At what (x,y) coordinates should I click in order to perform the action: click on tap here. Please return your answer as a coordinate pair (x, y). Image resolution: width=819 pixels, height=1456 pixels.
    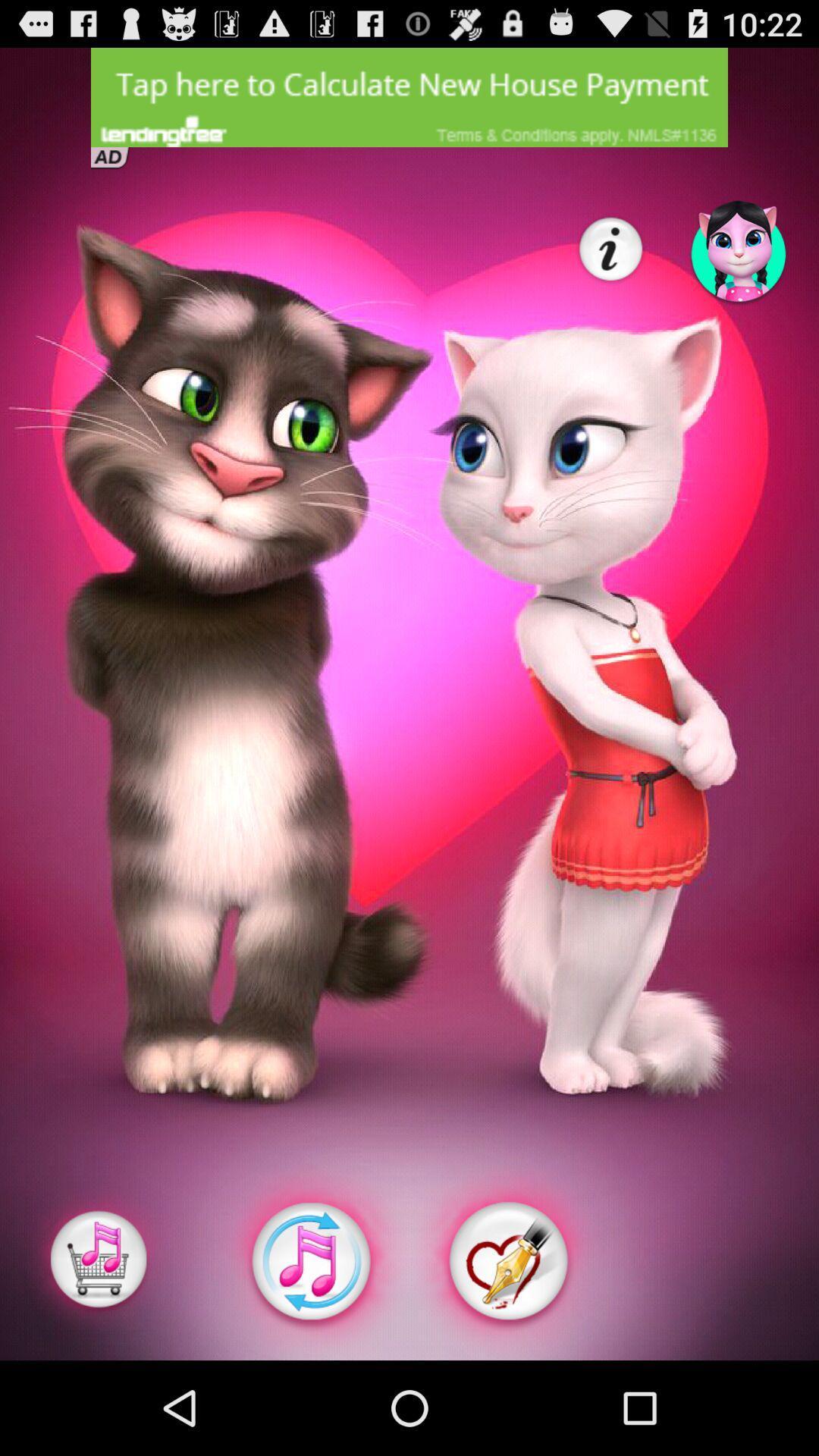
    Looking at the image, I should click on (409, 96).